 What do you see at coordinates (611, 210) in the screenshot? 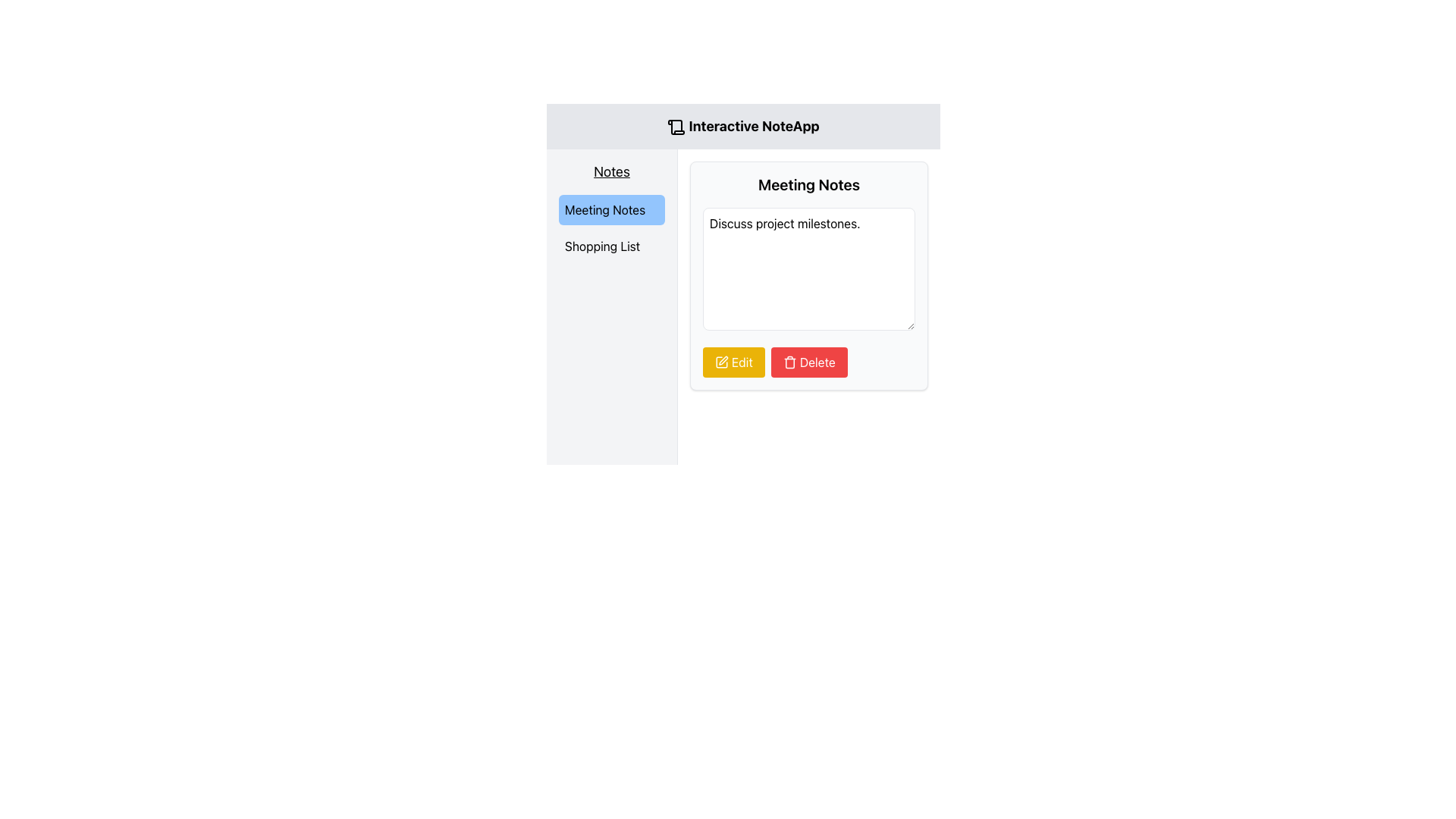
I see `the 'Meeting Notes' button, which has a blue background and black text, located at the top of the vertical sidebar menu` at bounding box center [611, 210].